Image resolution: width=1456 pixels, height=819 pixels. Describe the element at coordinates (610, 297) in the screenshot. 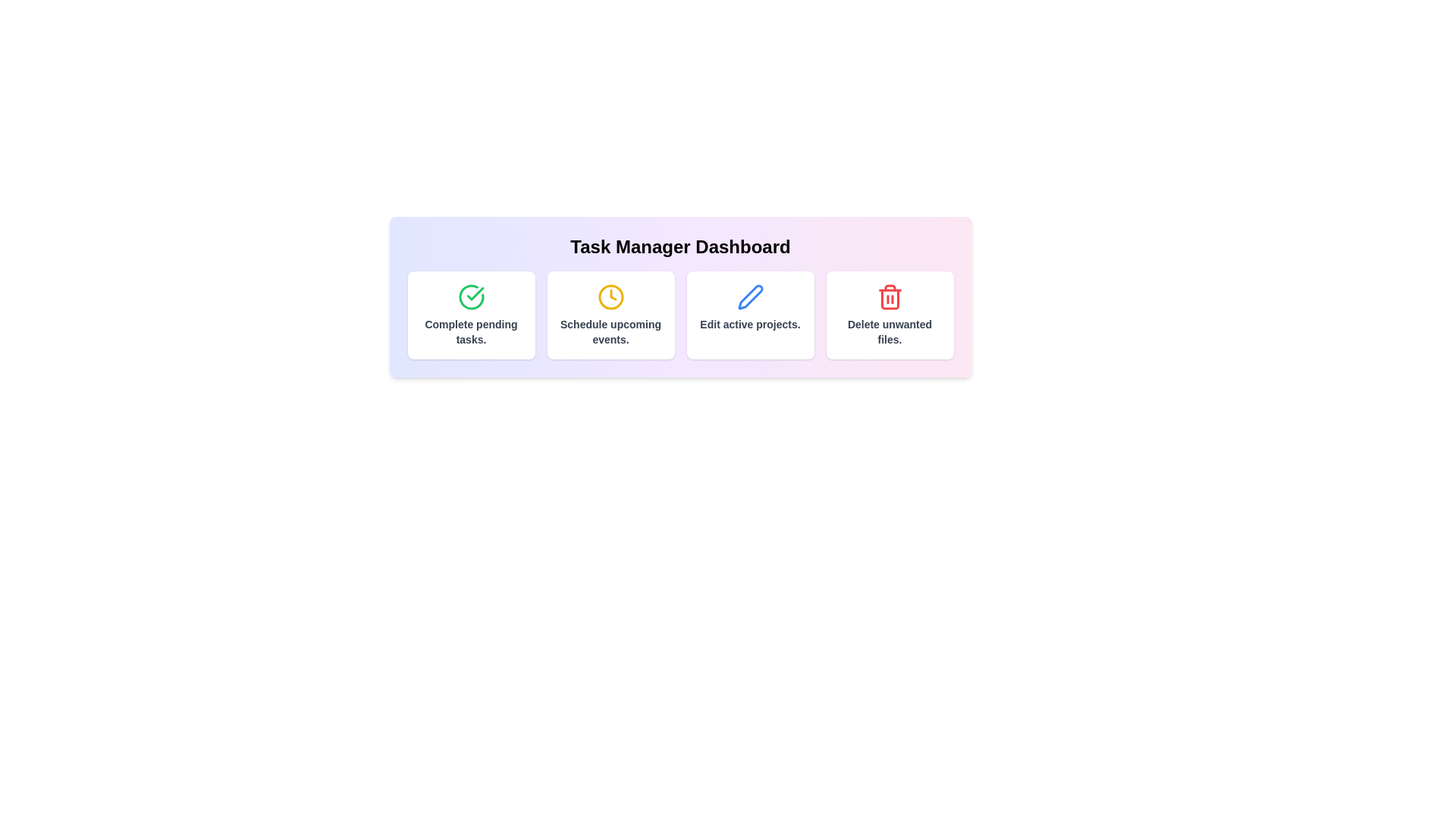

I see `the clock icon, which is a circular yellow-styled icon resembling a classic analog clock, located in the second option from the left above the text 'Schedule upcoming events.'` at that location.